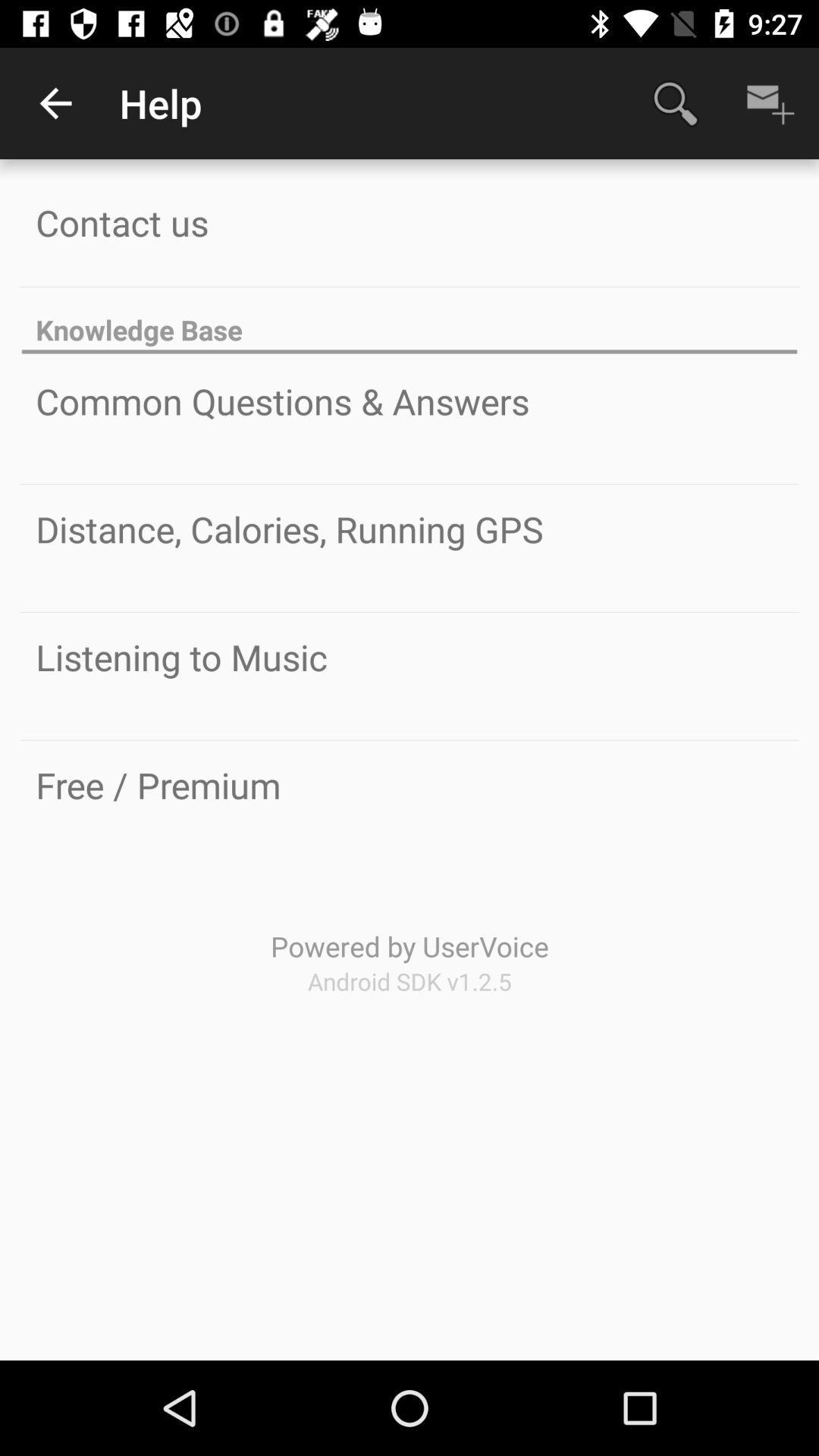 The width and height of the screenshot is (819, 1456). I want to click on the powered by uservoice item, so click(409, 946).